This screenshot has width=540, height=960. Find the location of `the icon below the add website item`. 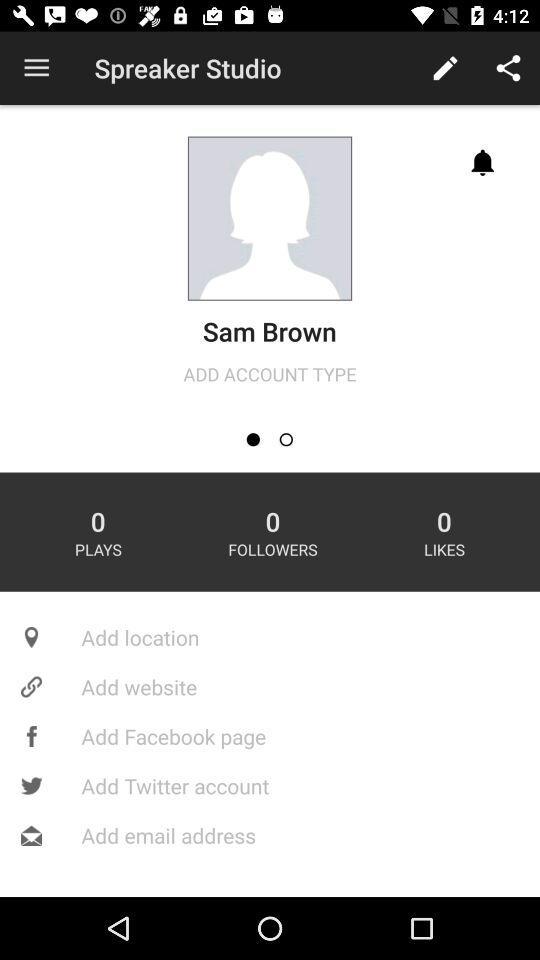

the icon below the add website item is located at coordinates (270, 735).